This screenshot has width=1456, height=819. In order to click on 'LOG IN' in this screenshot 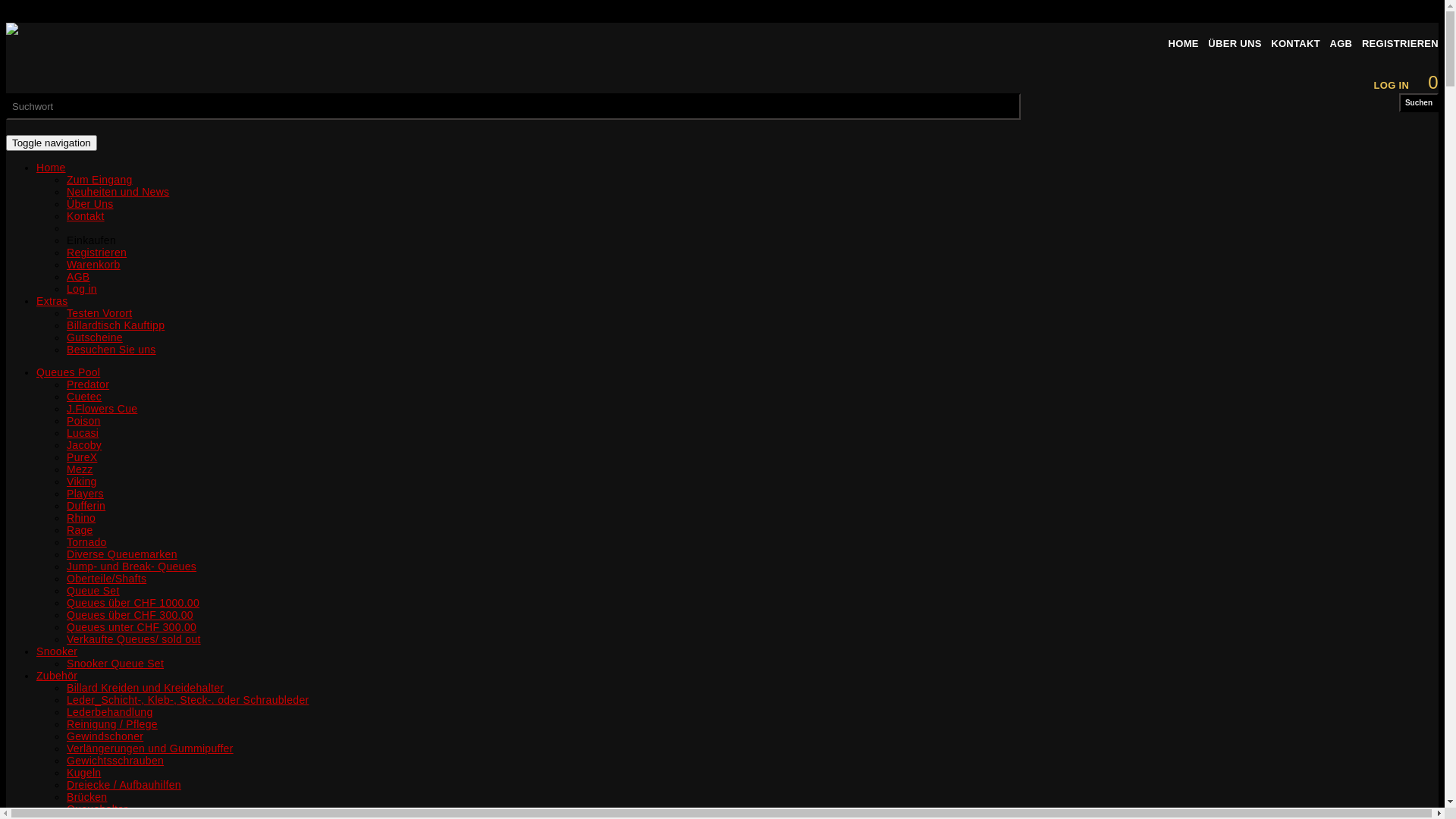, I will do `click(1392, 85)`.